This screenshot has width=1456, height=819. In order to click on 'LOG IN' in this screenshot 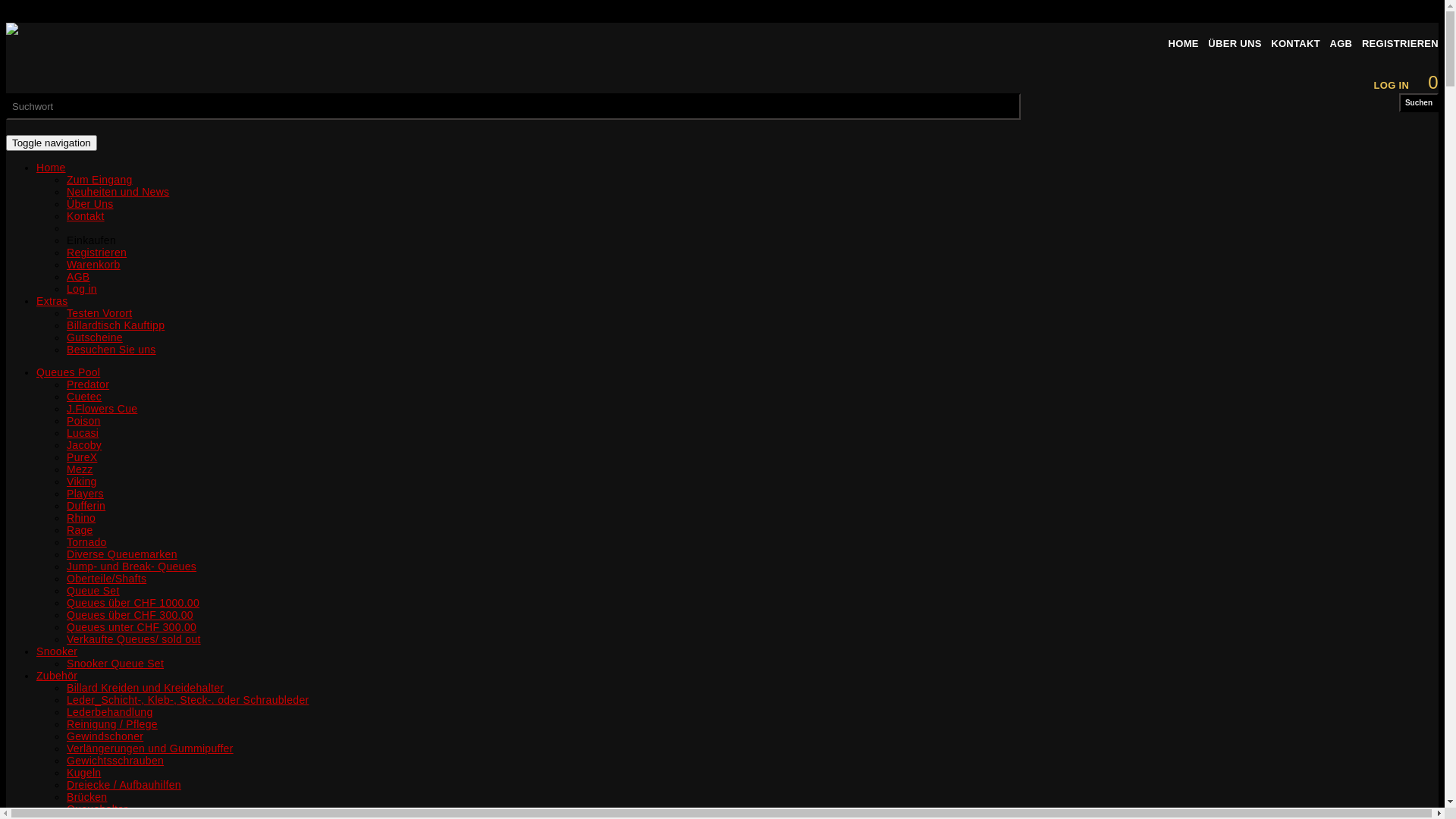, I will do `click(1392, 85)`.